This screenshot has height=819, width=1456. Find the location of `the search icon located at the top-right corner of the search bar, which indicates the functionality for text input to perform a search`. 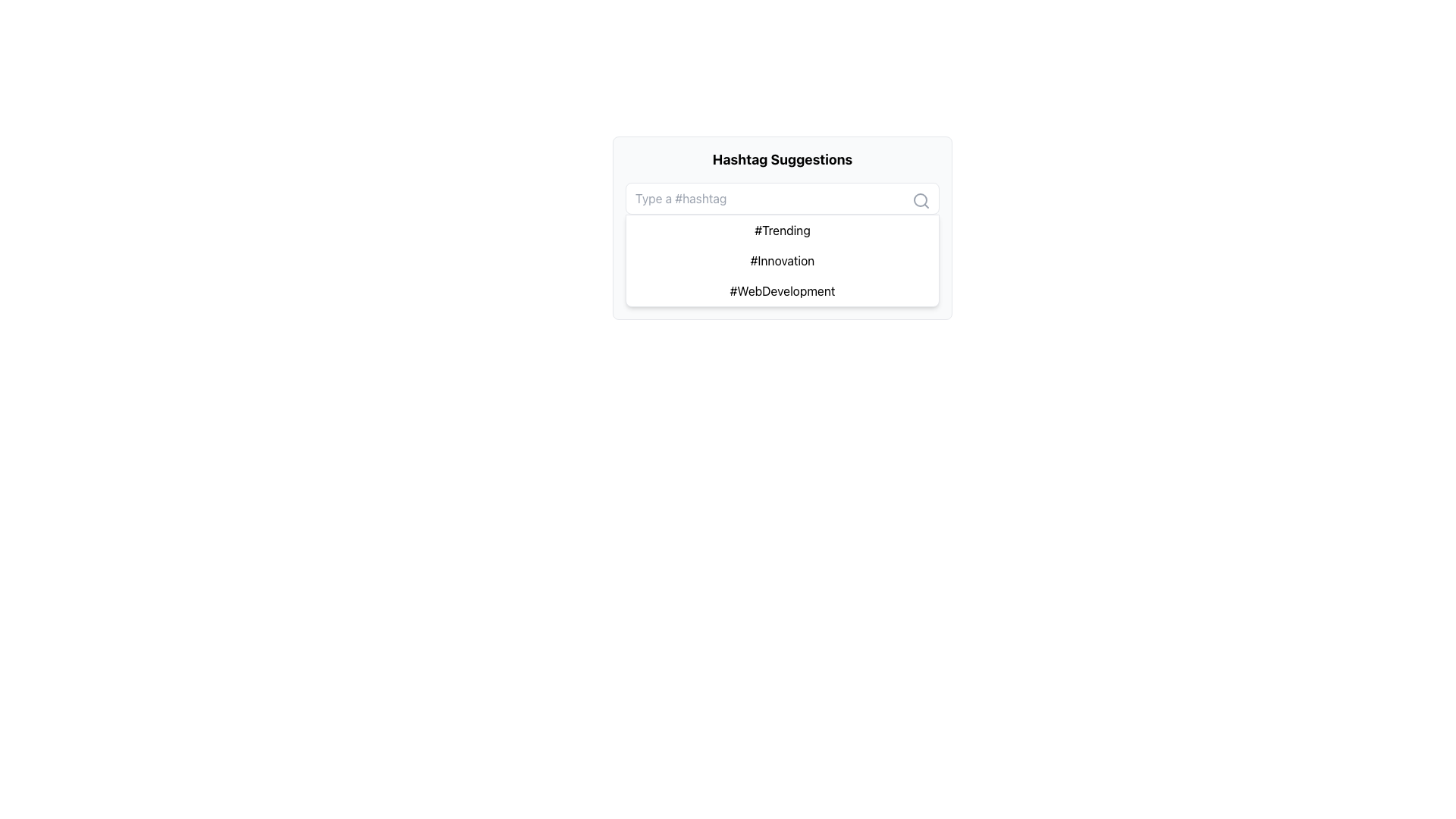

the search icon located at the top-right corner of the search bar, which indicates the functionality for text input to perform a search is located at coordinates (920, 200).